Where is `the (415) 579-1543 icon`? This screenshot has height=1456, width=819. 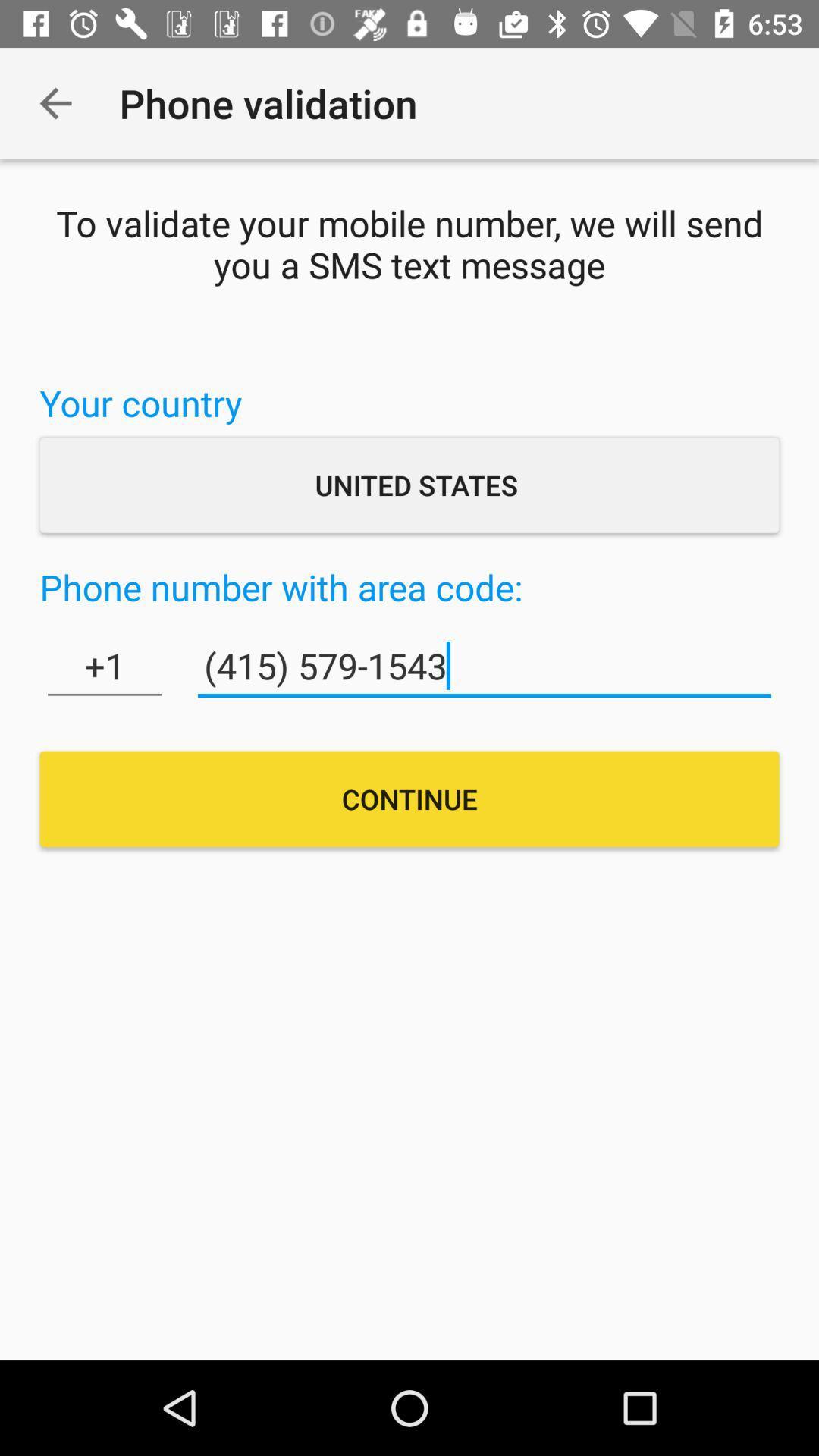 the (415) 579-1543 icon is located at coordinates (485, 666).